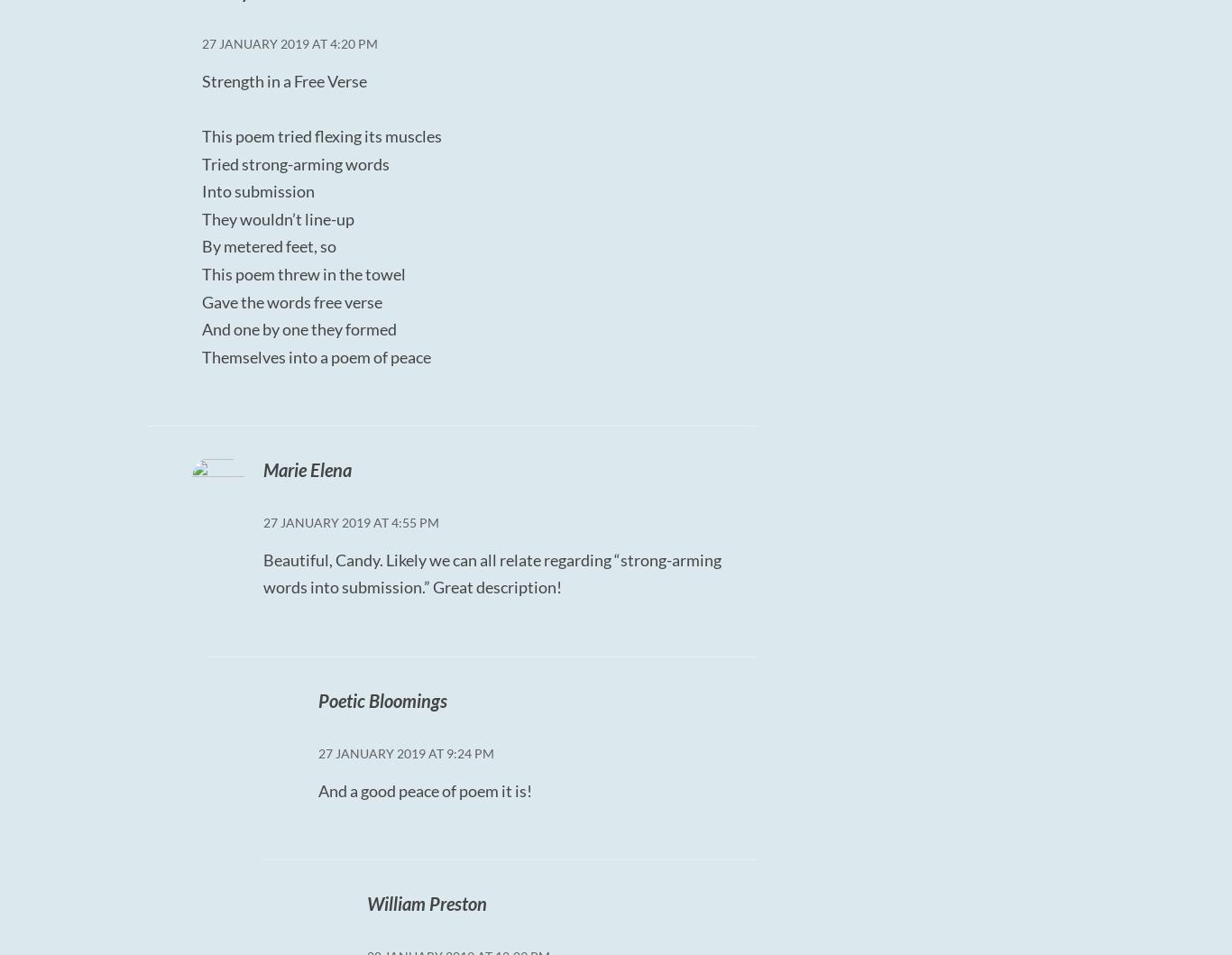  I want to click on 'Tried strong-arming words', so click(295, 161).